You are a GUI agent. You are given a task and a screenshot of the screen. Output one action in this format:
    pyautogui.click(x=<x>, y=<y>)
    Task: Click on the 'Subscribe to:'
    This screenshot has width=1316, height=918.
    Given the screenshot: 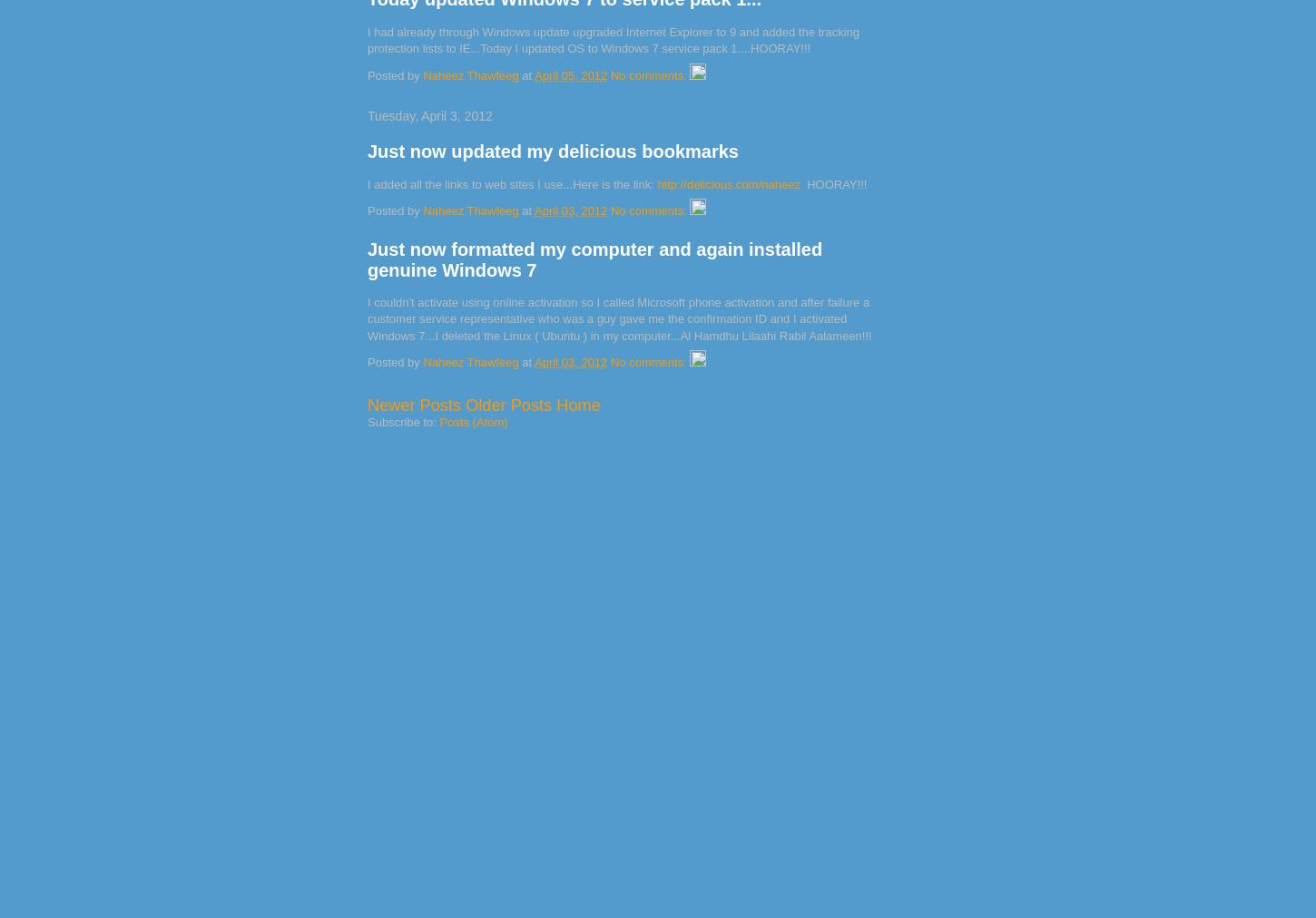 What is the action you would take?
    pyautogui.click(x=402, y=422)
    